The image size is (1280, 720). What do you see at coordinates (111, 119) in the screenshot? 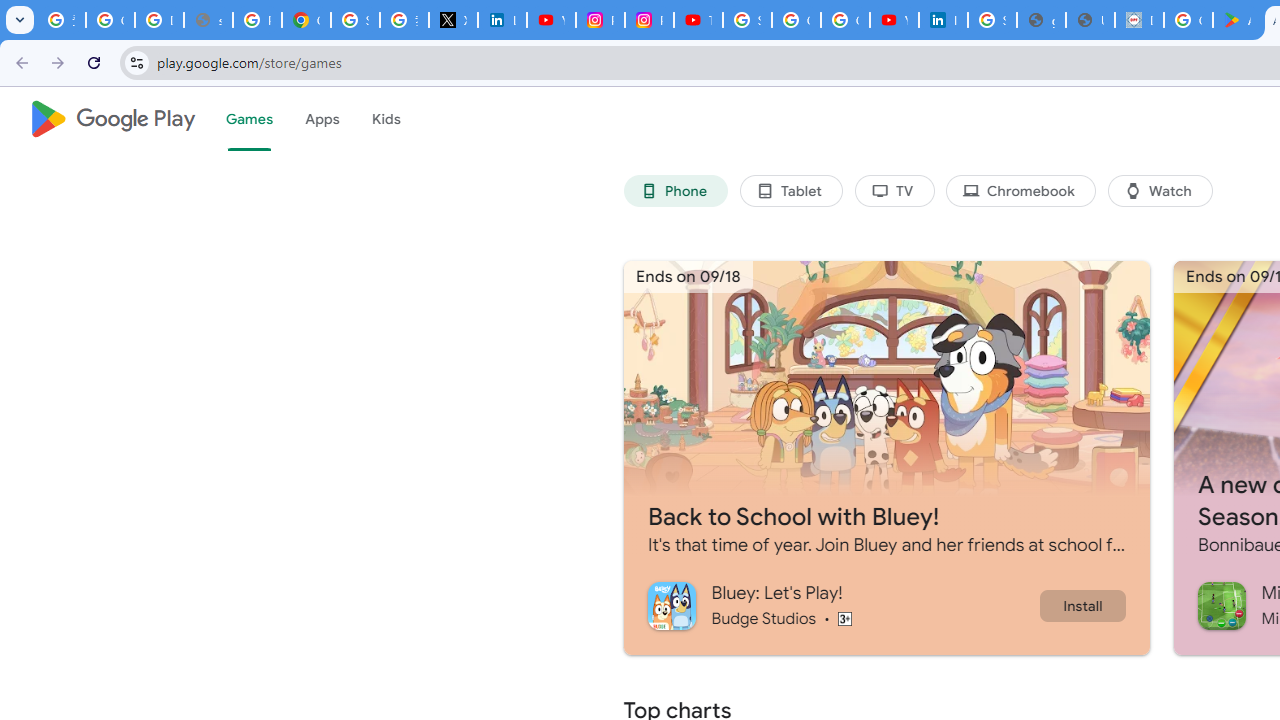
I see `'Google Play logo'` at bounding box center [111, 119].